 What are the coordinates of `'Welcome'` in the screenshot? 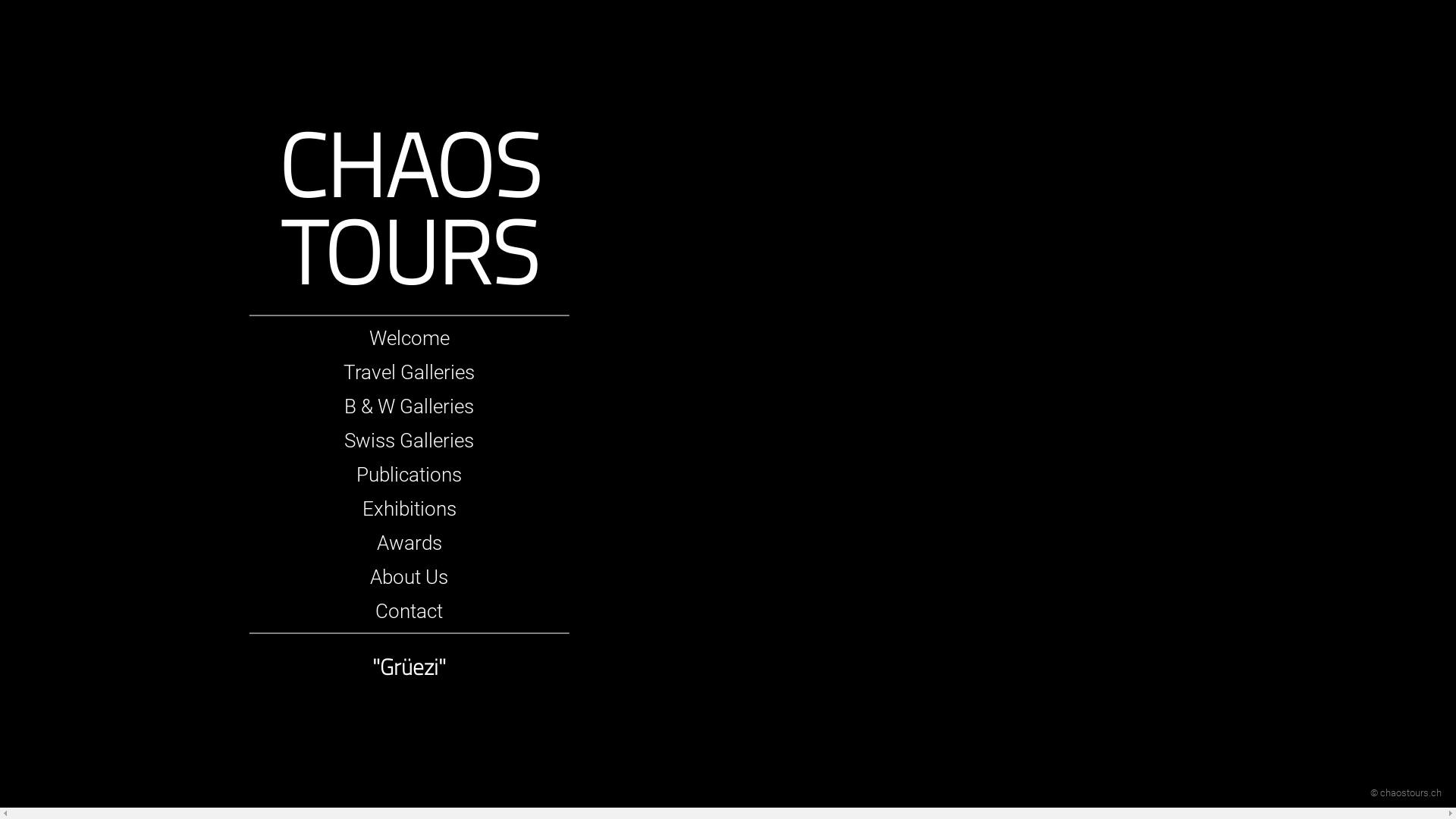 It's located at (409, 337).